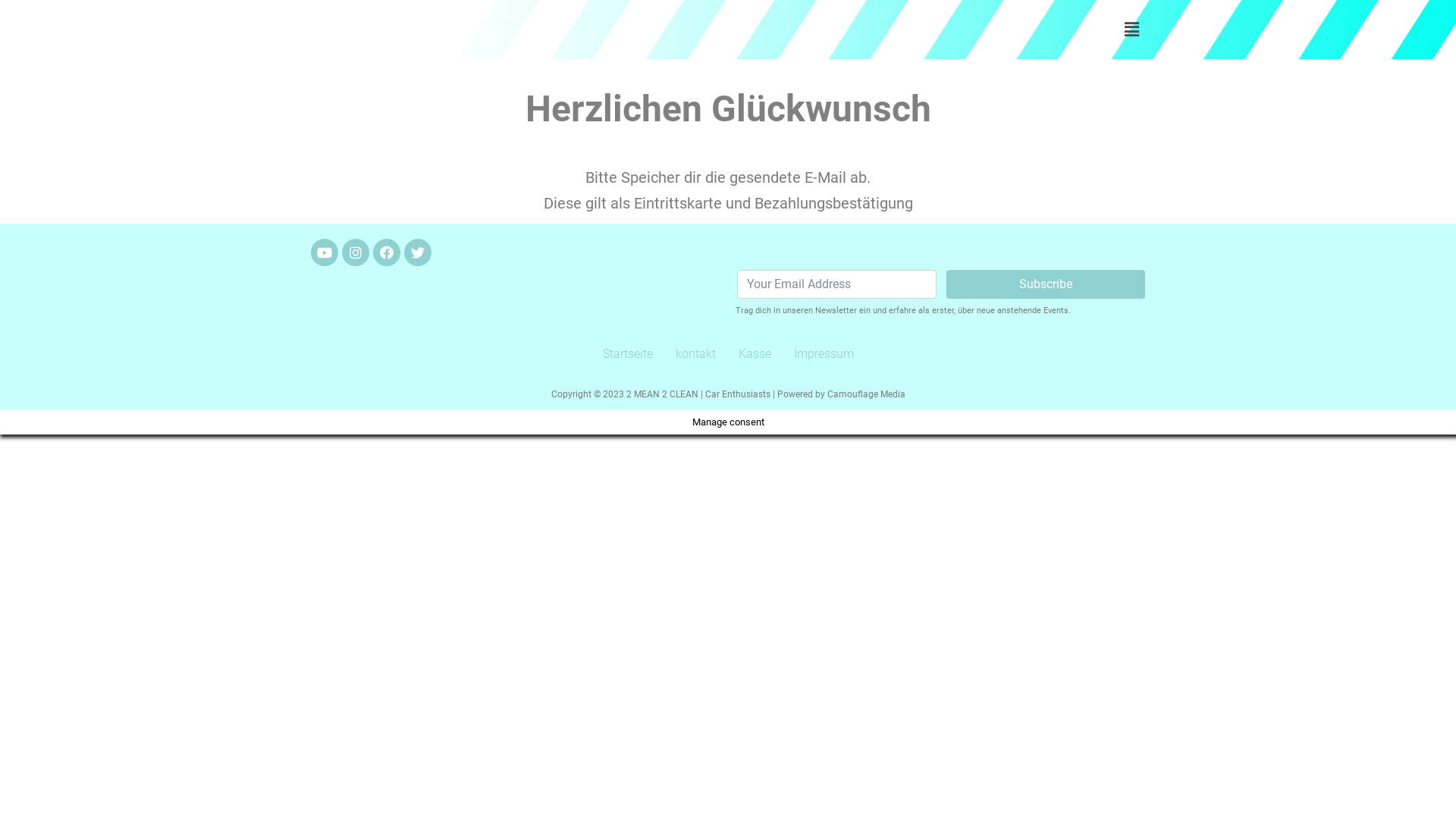  Describe the element at coordinates (628, 353) in the screenshot. I see `'Startseite'` at that location.